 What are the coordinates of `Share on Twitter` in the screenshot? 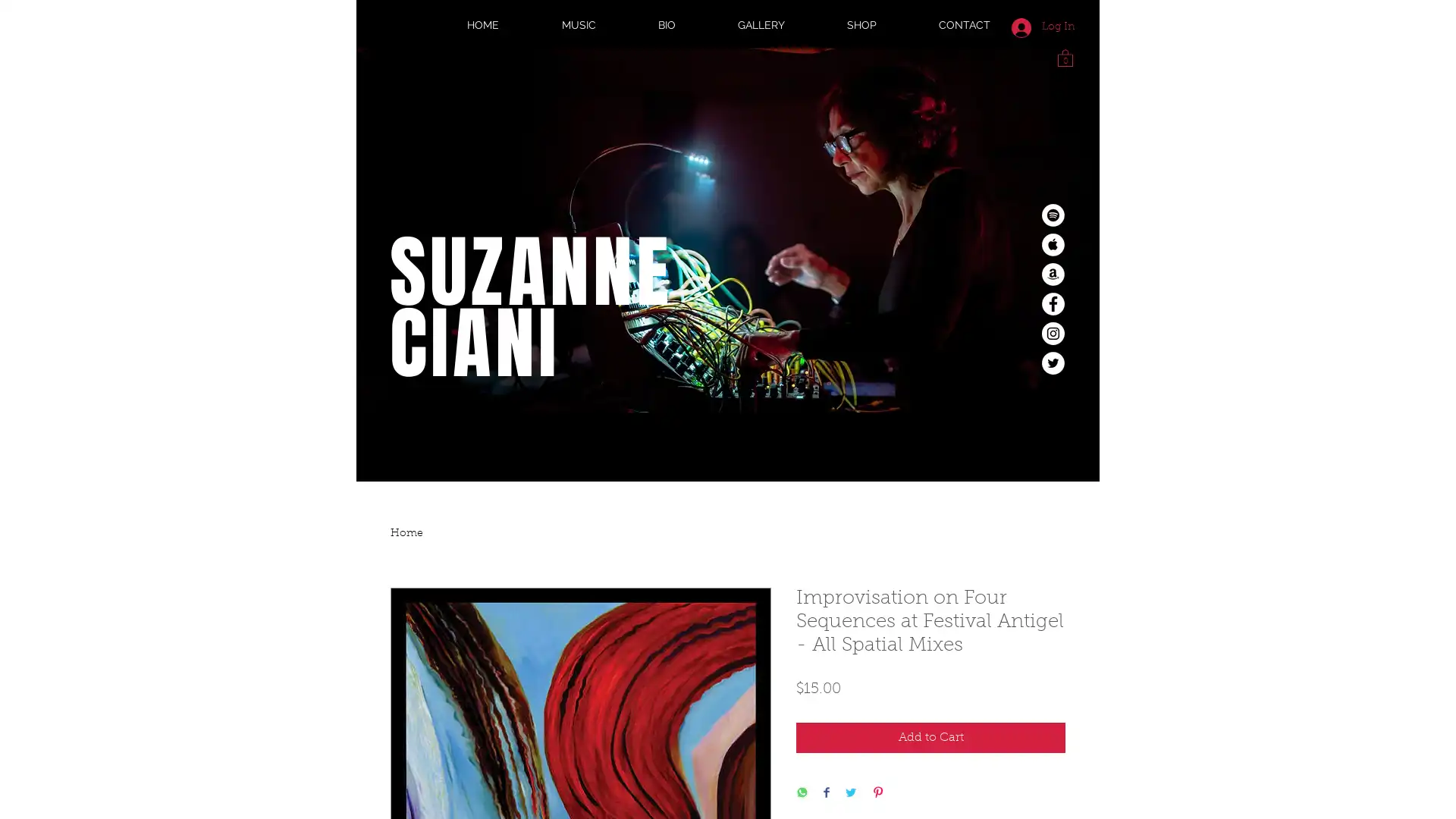 It's located at (851, 792).